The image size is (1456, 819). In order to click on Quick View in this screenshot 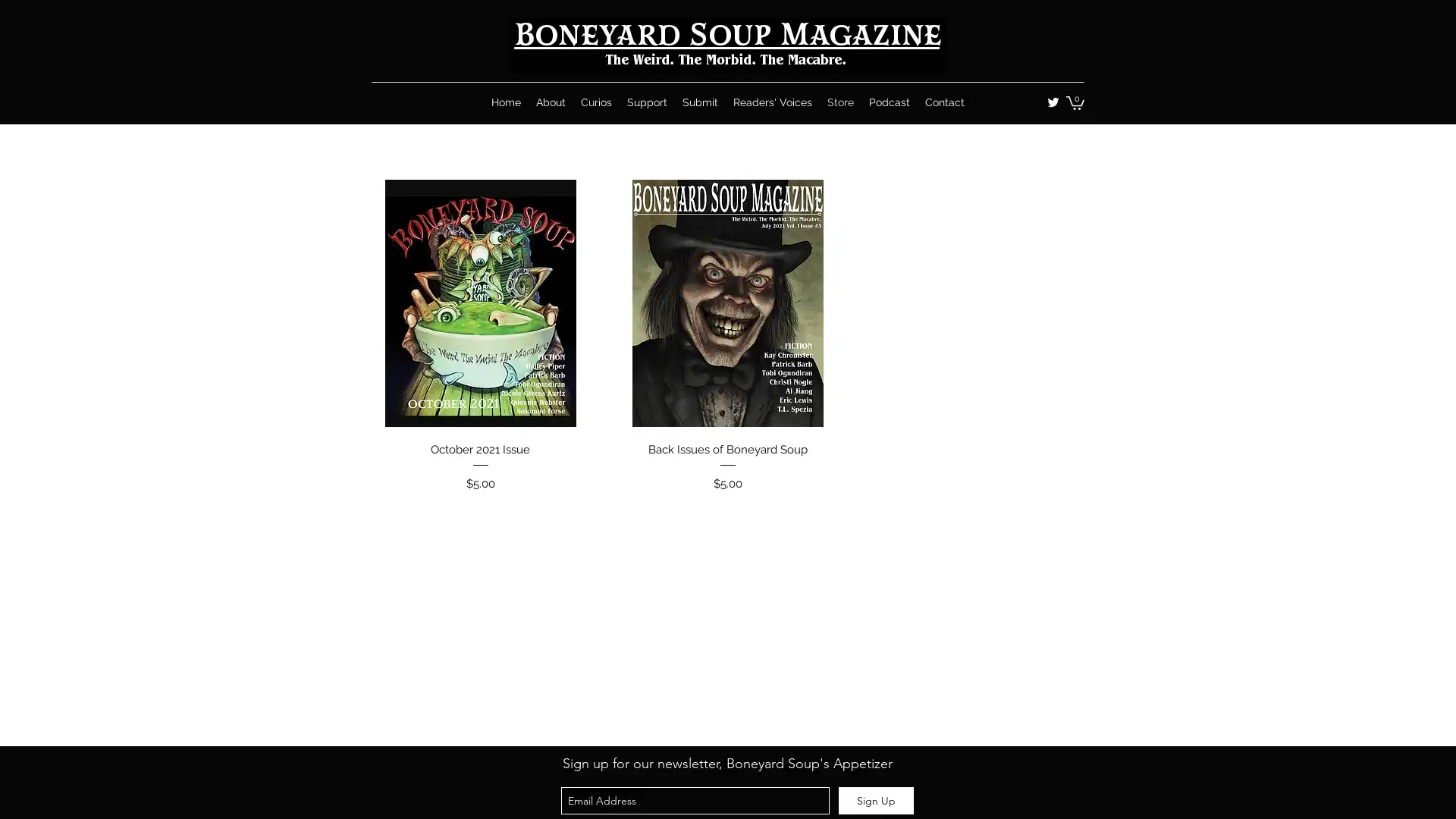, I will do `click(726, 444)`.